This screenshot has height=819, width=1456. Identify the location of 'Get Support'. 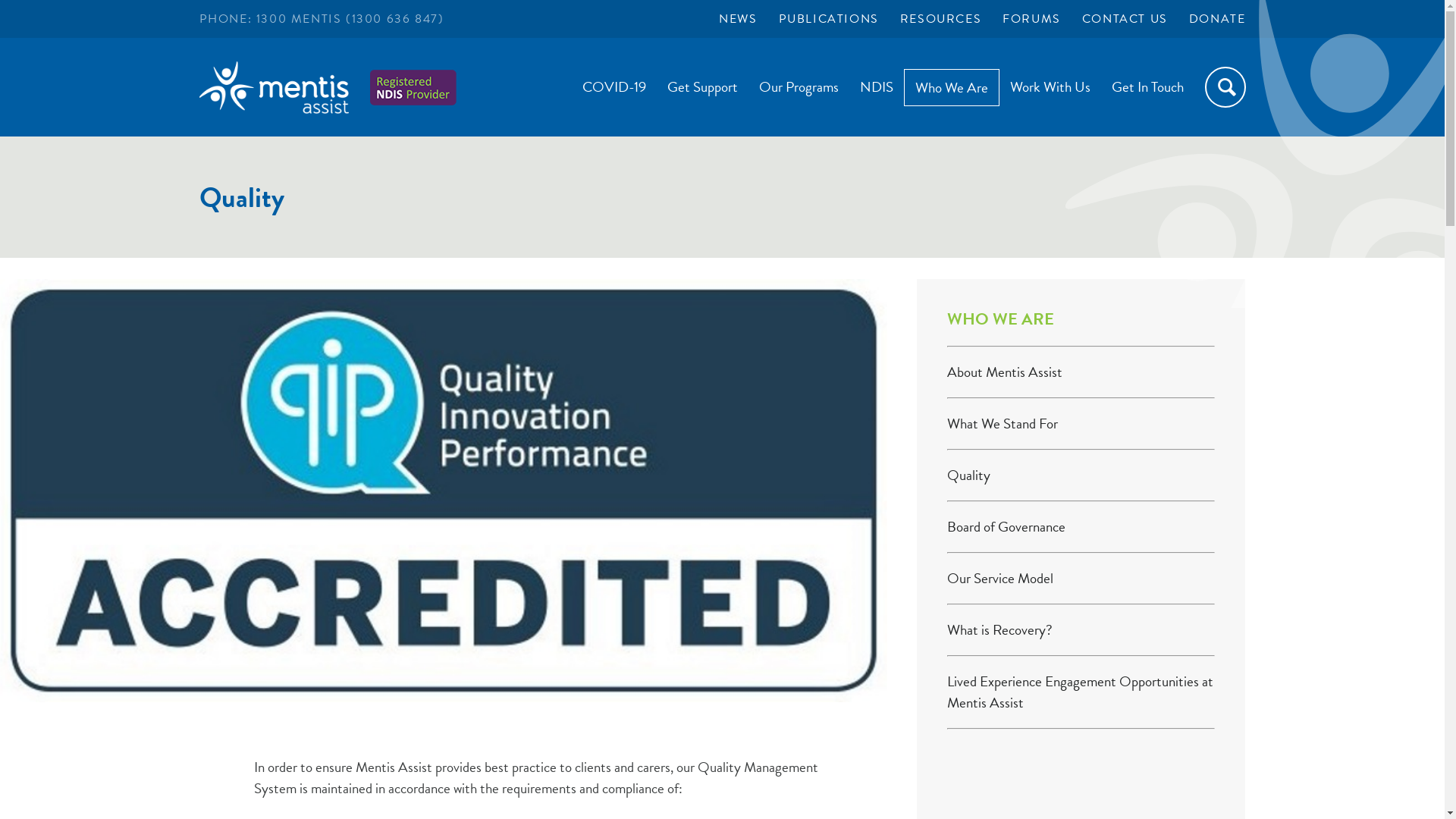
(656, 86).